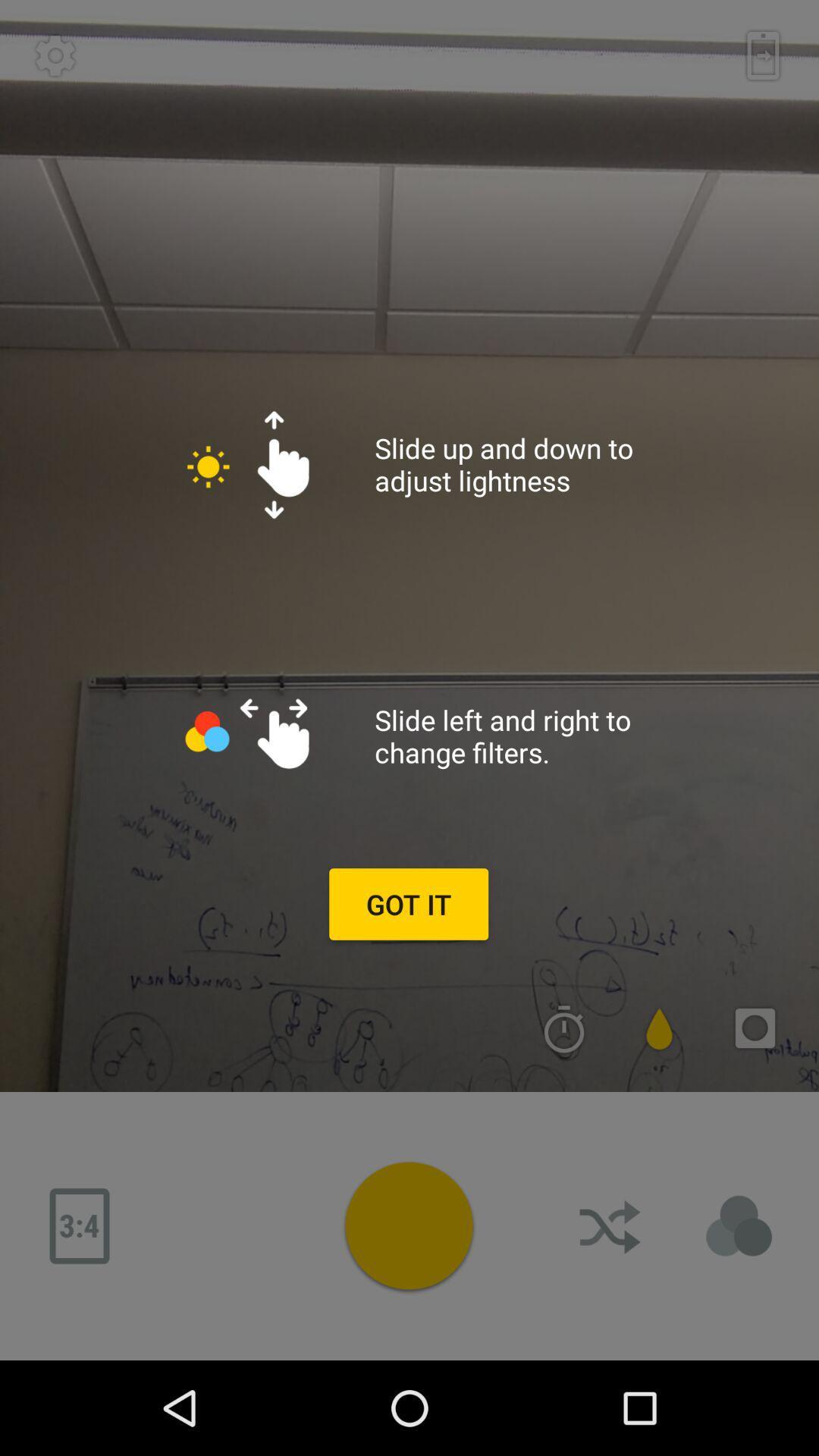  What do you see at coordinates (564, 1028) in the screenshot?
I see `tap for timer` at bounding box center [564, 1028].